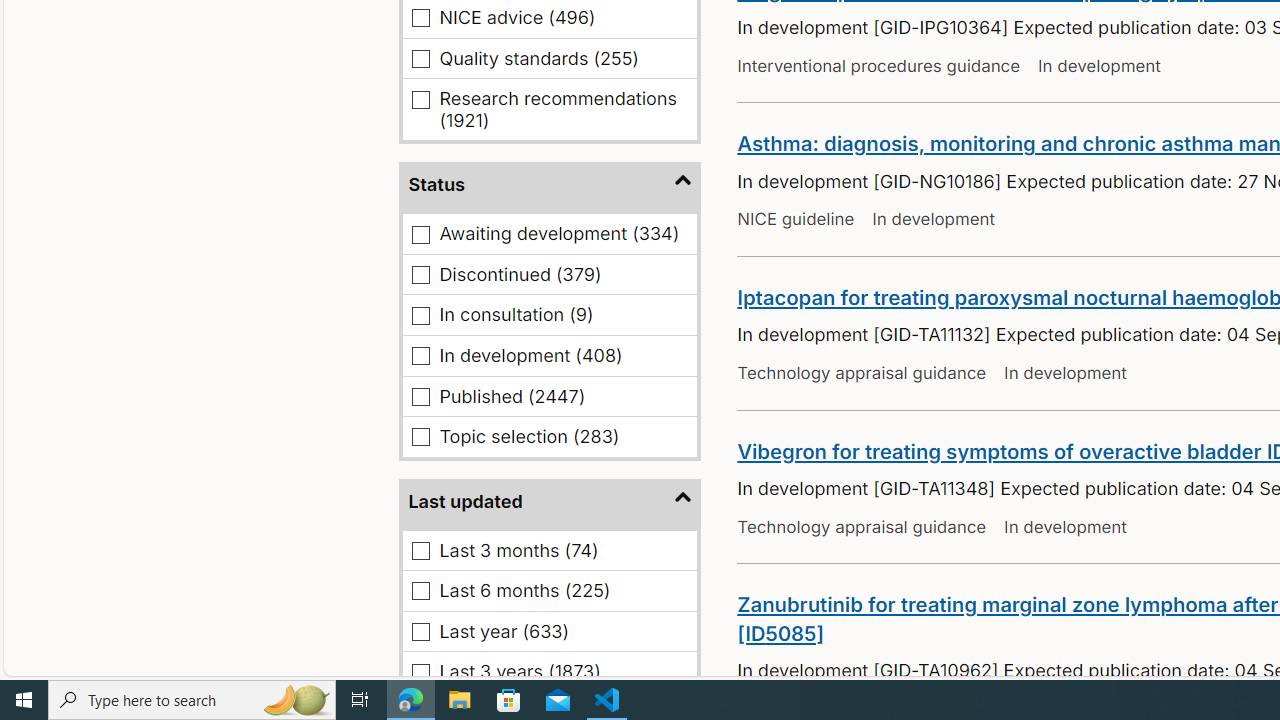 This screenshot has height=720, width=1280. What do you see at coordinates (420, 233) in the screenshot?
I see `'Awaiting development (334)'` at bounding box center [420, 233].